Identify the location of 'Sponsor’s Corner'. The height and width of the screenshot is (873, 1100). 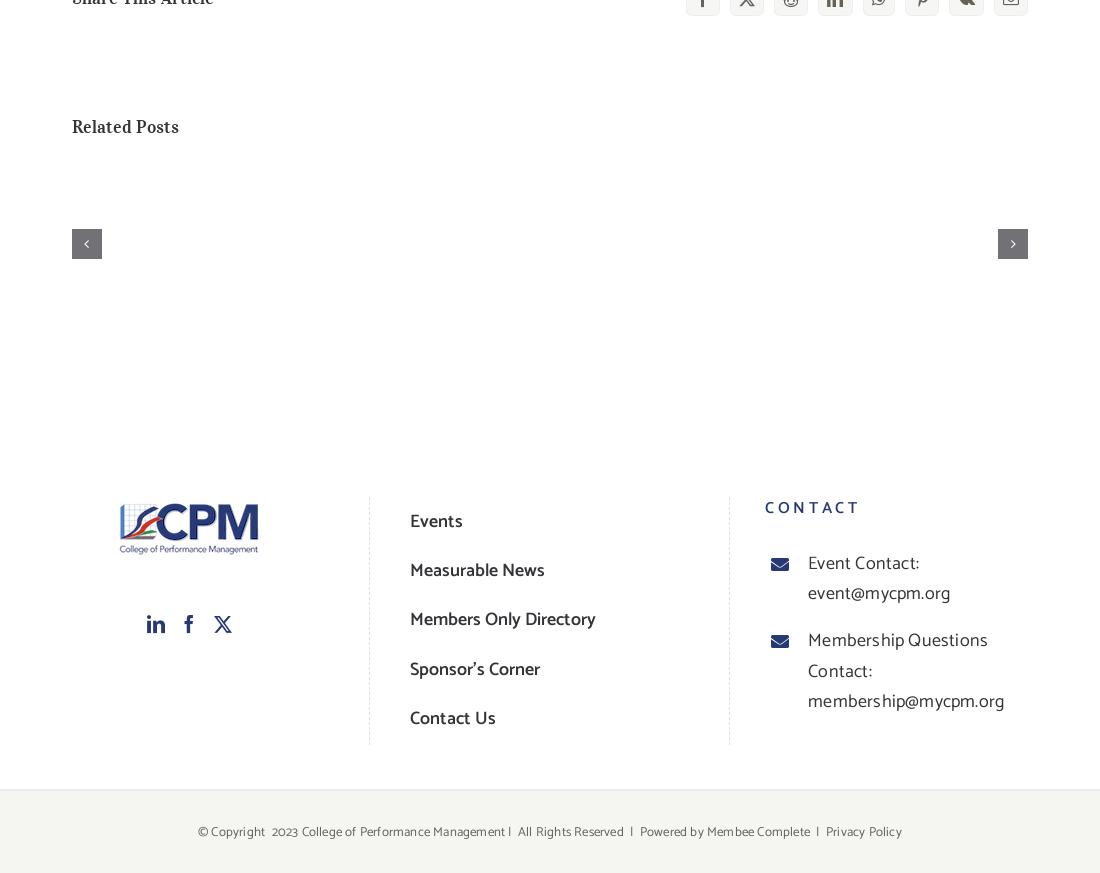
(473, 668).